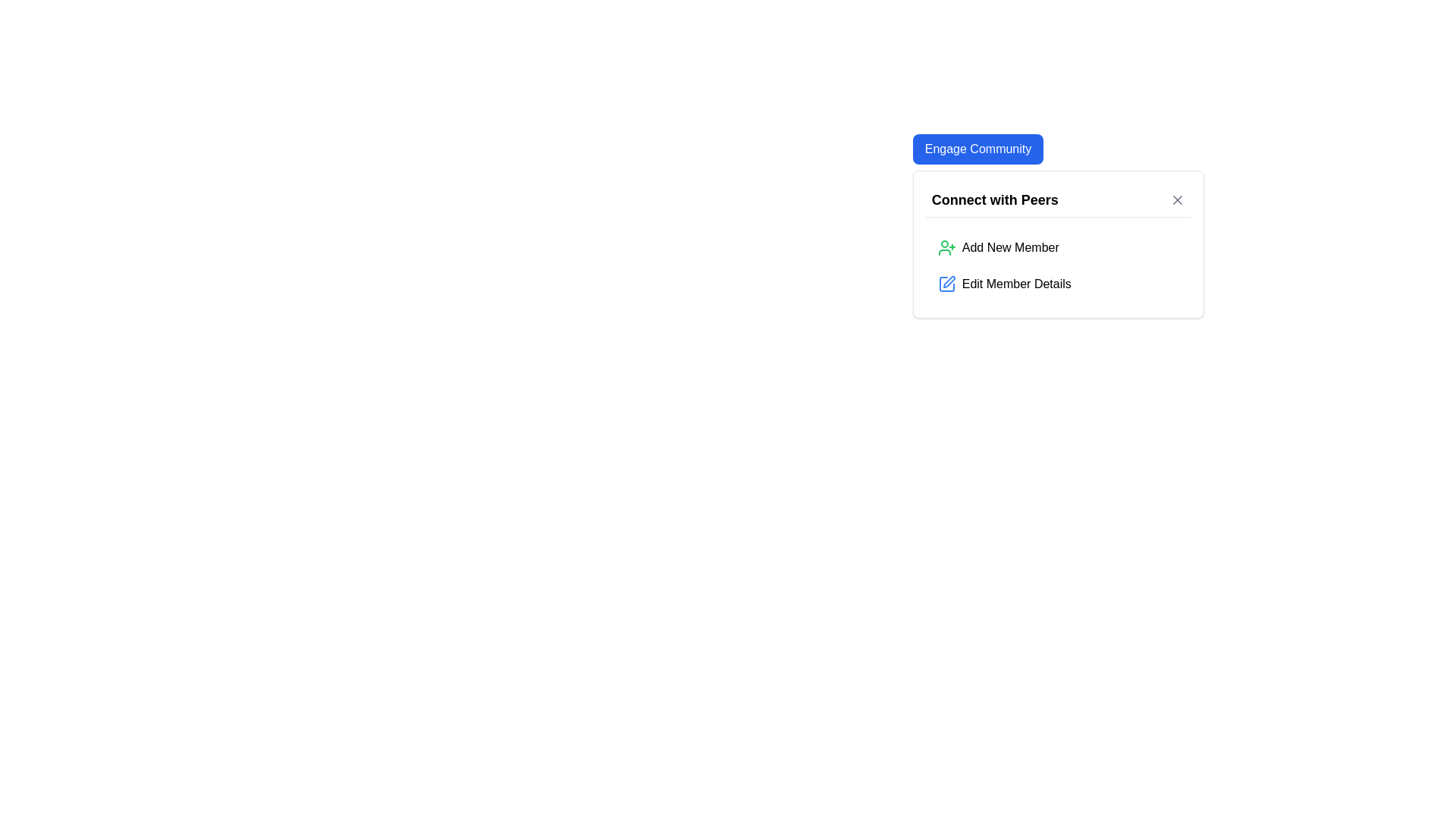 Image resolution: width=1456 pixels, height=819 pixels. Describe the element at coordinates (1009, 247) in the screenshot. I see `the 'Add New Member' text label, which is displayed in bold font and is the first item in the 'Connect with Peers' card layout` at that location.